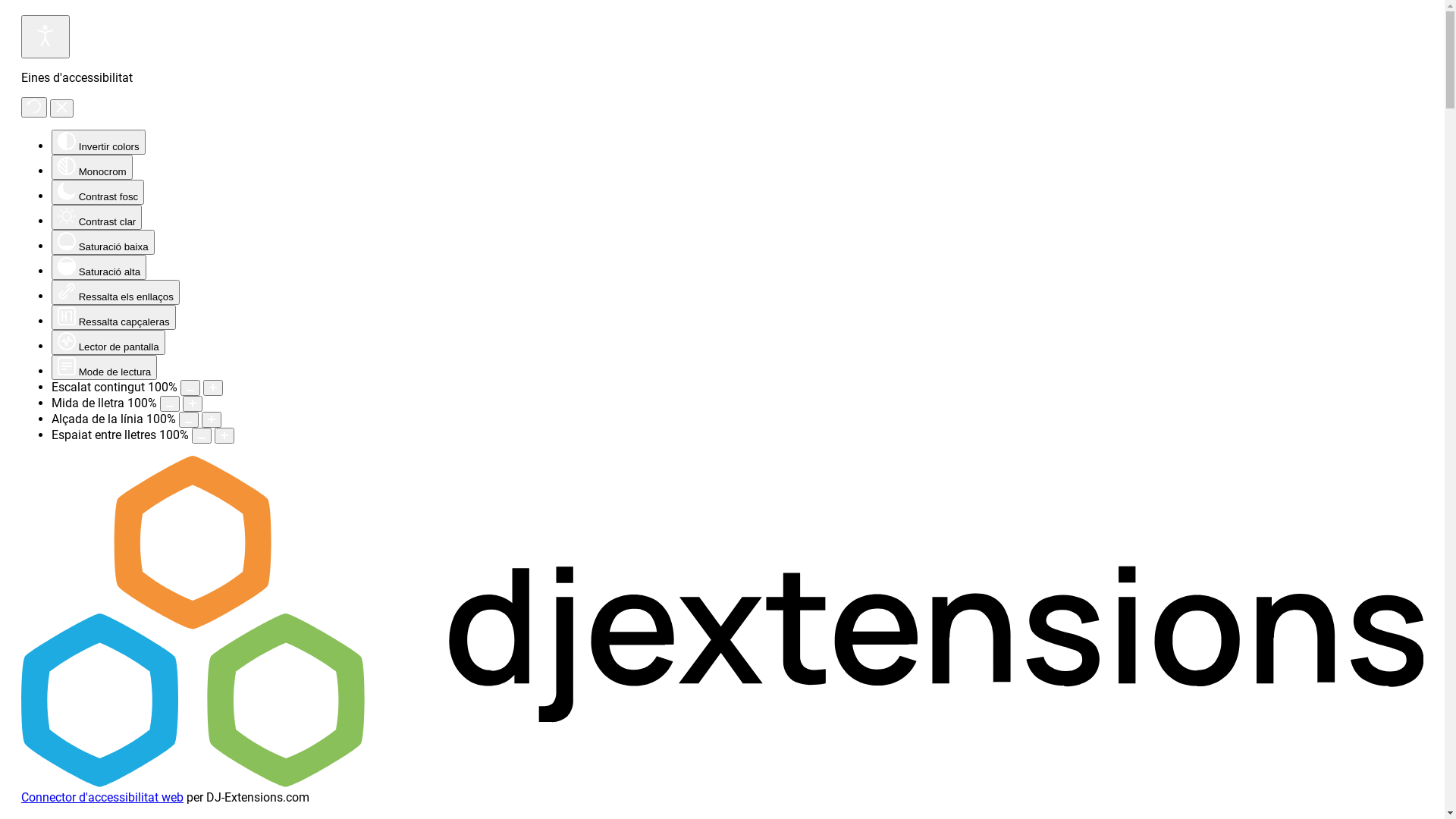 The width and height of the screenshot is (1456, 819). Describe the element at coordinates (51, 191) in the screenshot. I see `'Contrast fosc'` at that location.